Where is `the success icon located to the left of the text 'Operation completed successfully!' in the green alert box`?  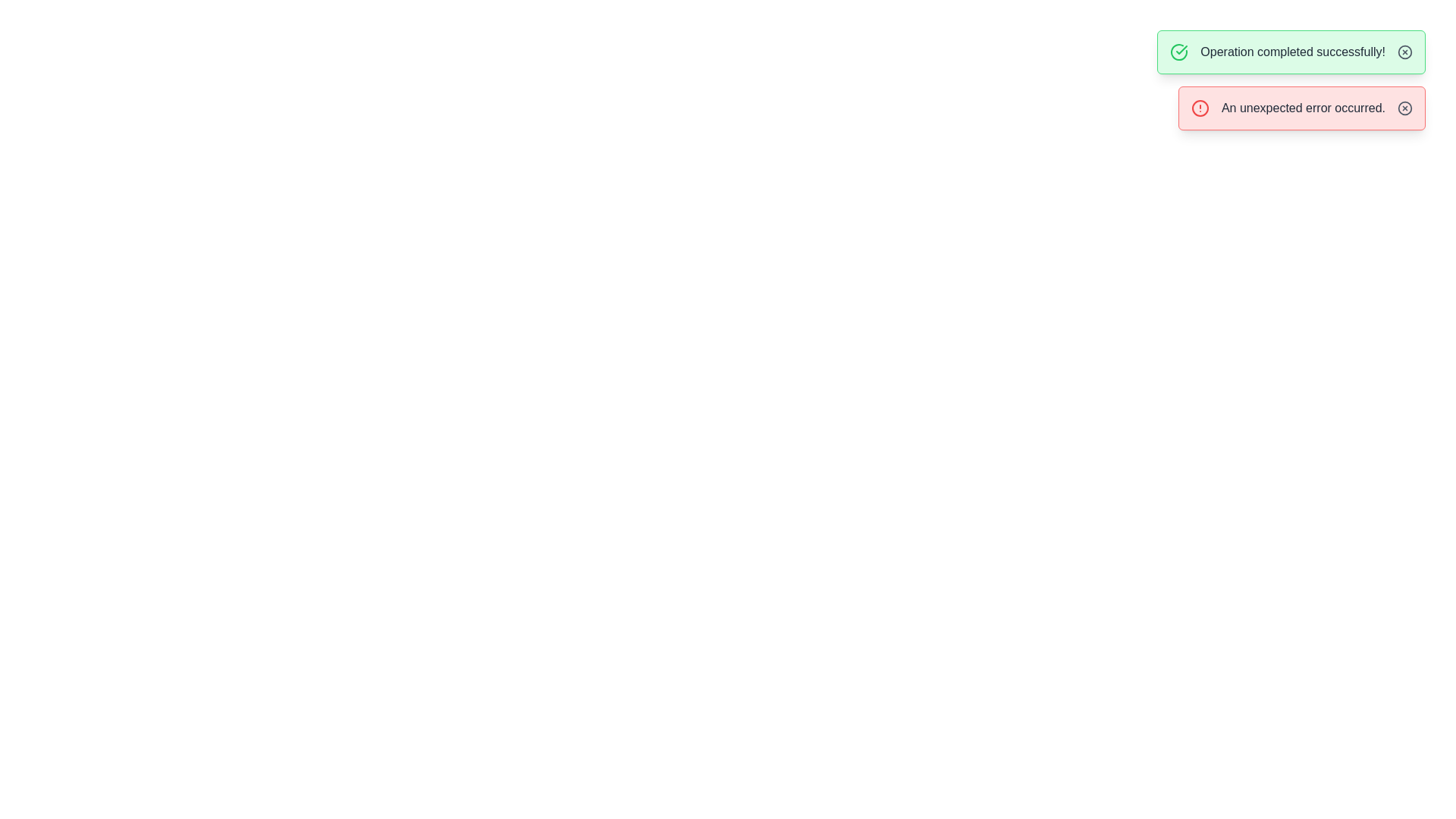
the success icon located to the left of the text 'Operation completed successfully!' in the green alert box is located at coordinates (1178, 52).